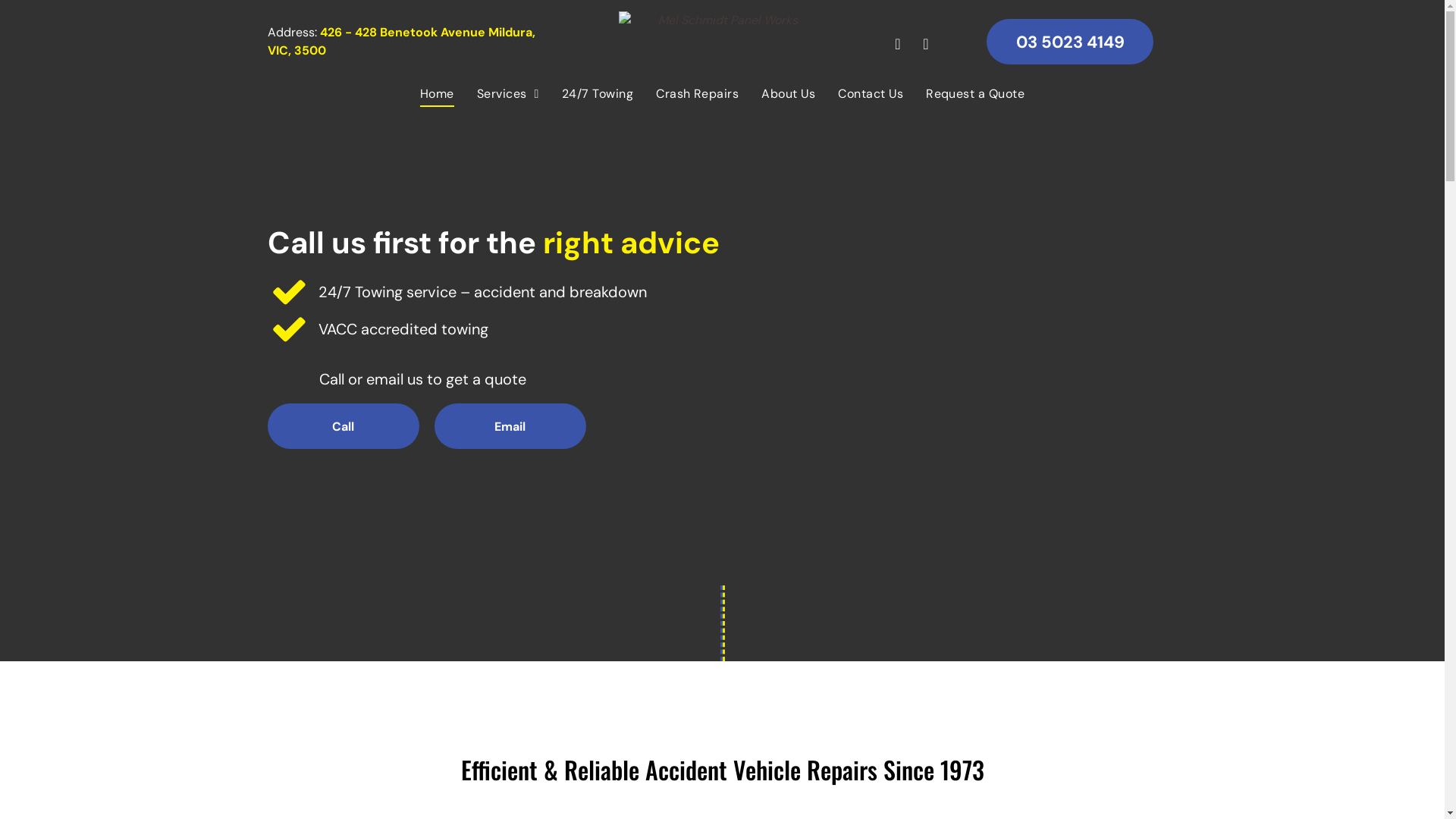 The image size is (1456, 819). What do you see at coordinates (1069, 40) in the screenshot?
I see `'03 5023 4149'` at bounding box center [1069, 40].